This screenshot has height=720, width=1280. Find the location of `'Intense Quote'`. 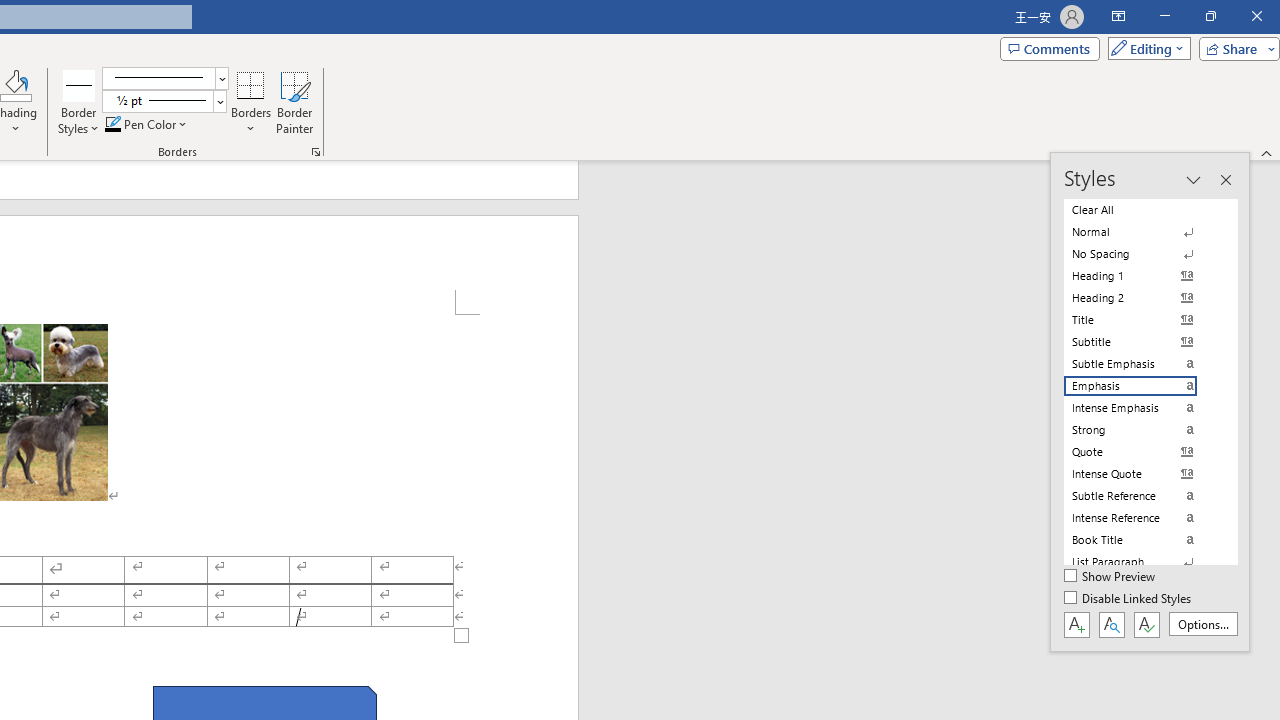

'Intense Quote' is located at coordinates (1142, 474).